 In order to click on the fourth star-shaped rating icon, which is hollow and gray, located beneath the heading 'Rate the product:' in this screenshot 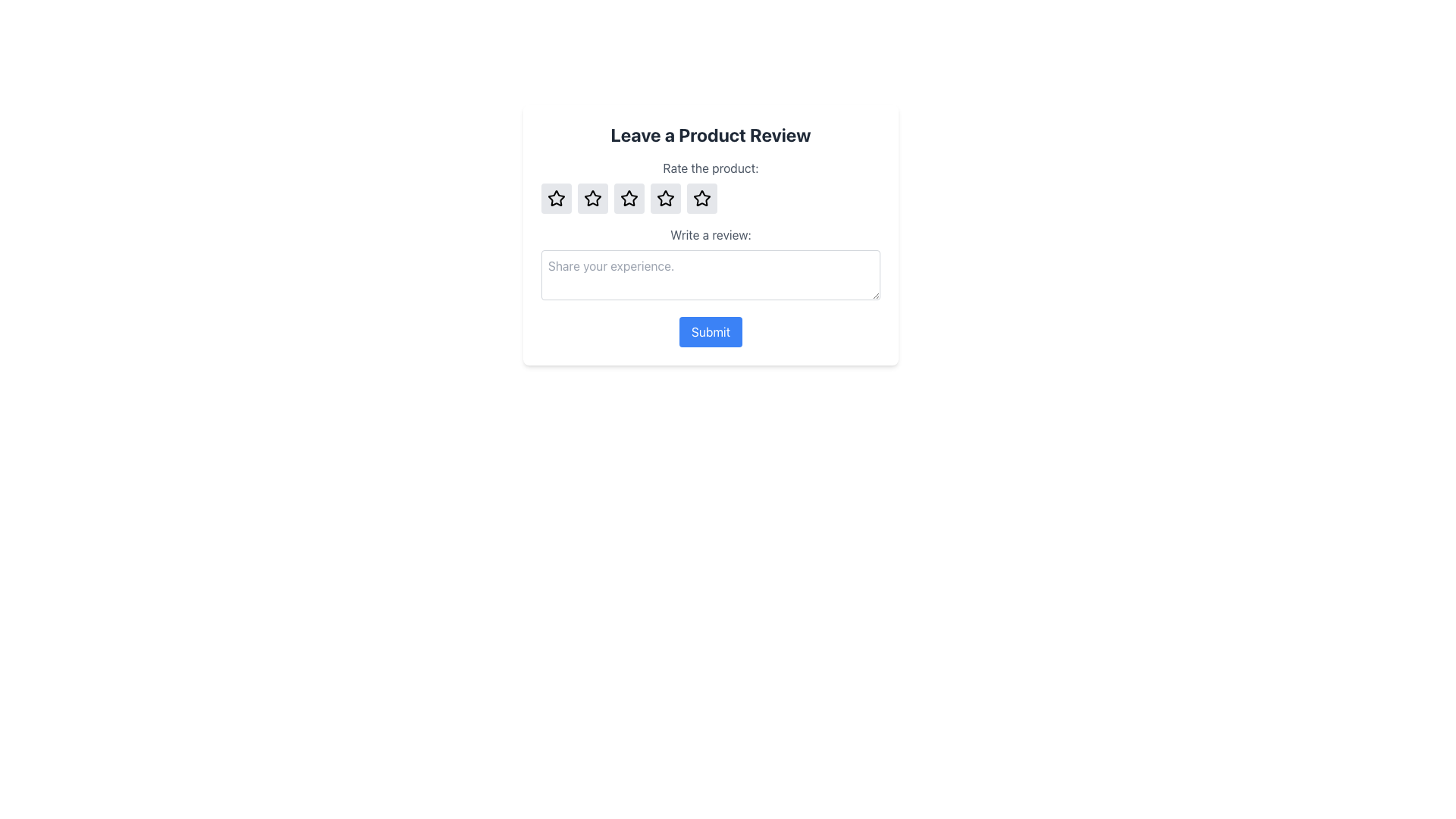, I will do `click(666, 198)`.